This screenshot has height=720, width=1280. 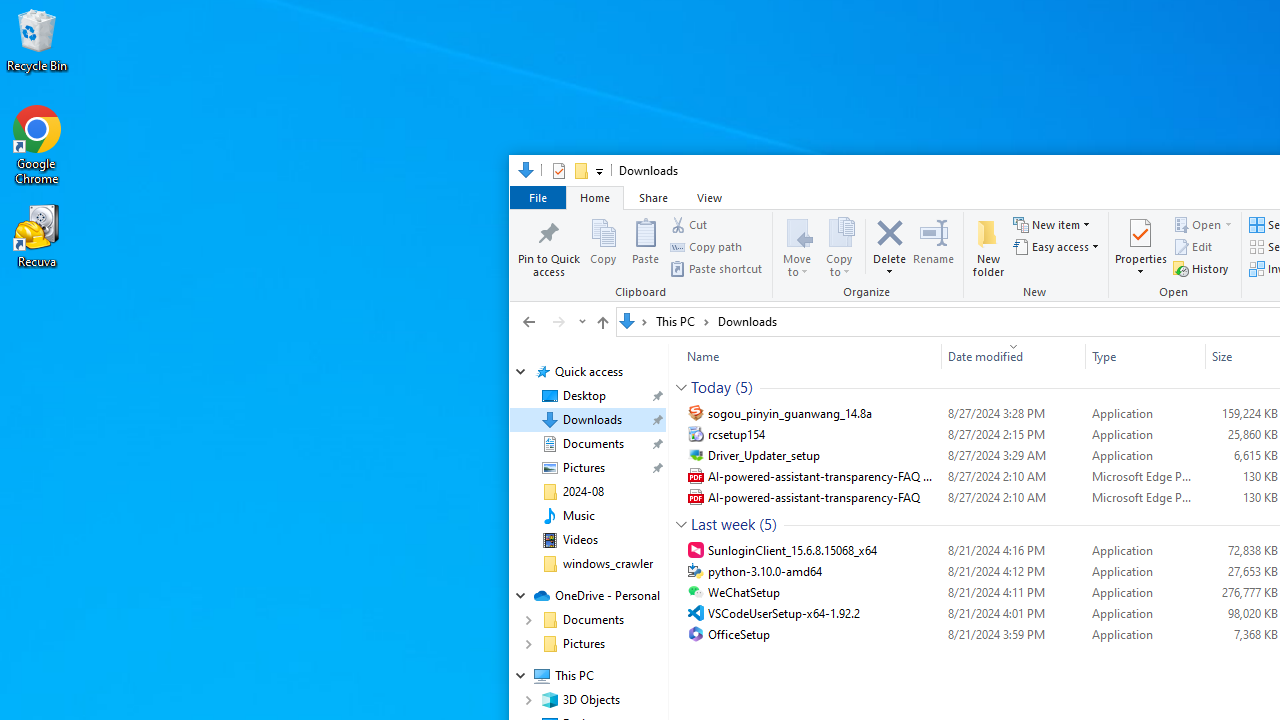 What do you see at coordinates (587, 371) in the screenshot?
I see `'Quick access'` at bounding box center [587, 371].